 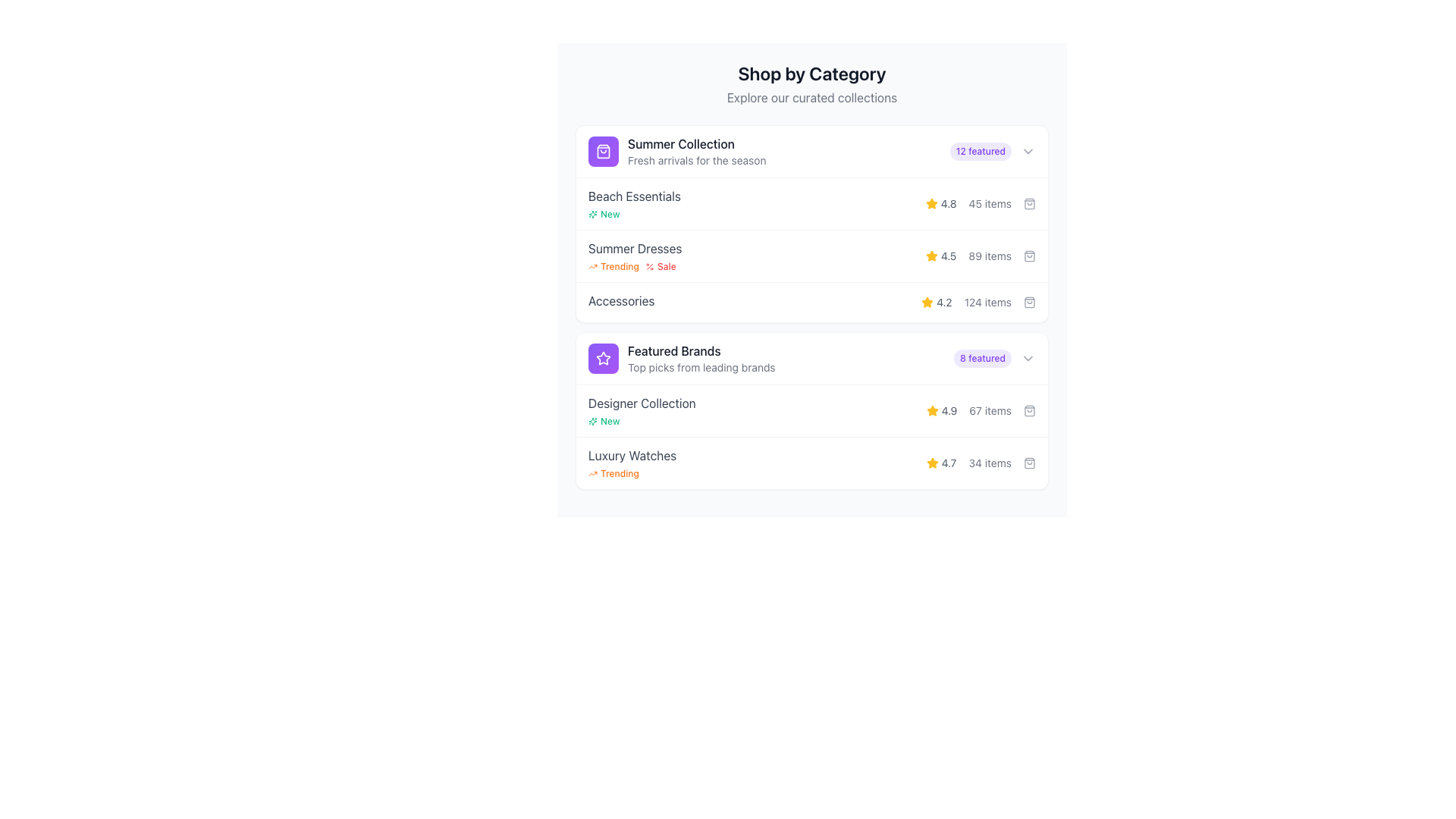 I want to click on the Dropdown trigger/button located in the 'Featured Brands' section, which indicates the number of featured items and provides a dropdown option when clicked, so click(x=994, y=359).